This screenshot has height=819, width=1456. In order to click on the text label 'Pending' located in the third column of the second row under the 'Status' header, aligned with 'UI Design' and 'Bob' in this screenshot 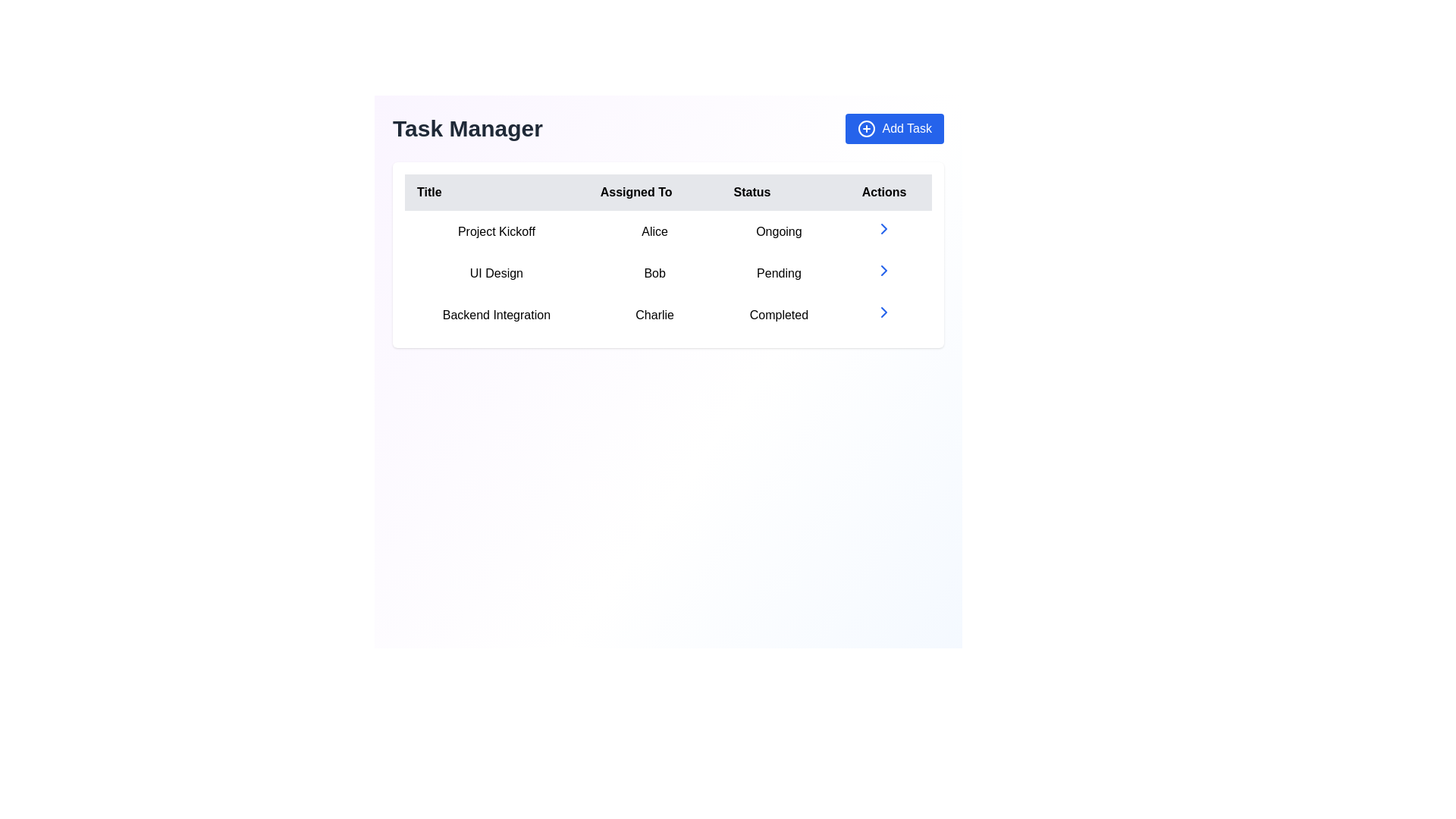, I will do `click(779, 273)`.